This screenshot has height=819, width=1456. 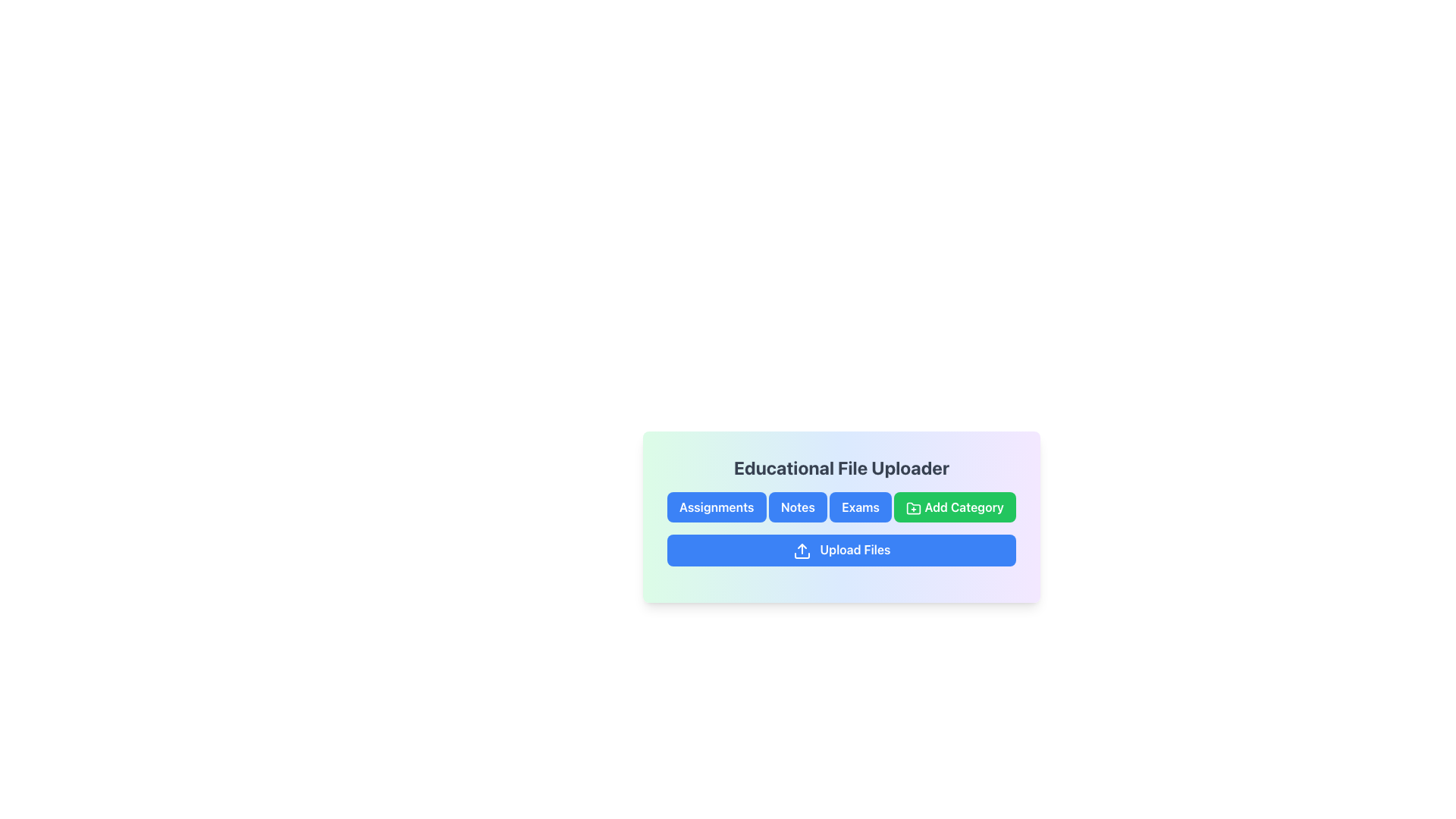 What do you see at coordinates (840, 507) in the screenshot?
I see `the 'Exams' button, which has a blue background and white text, positioned between the 'Notes' and 'Add Category' buttons in the Educational File Uploader section` at bounding box center [840, 507].